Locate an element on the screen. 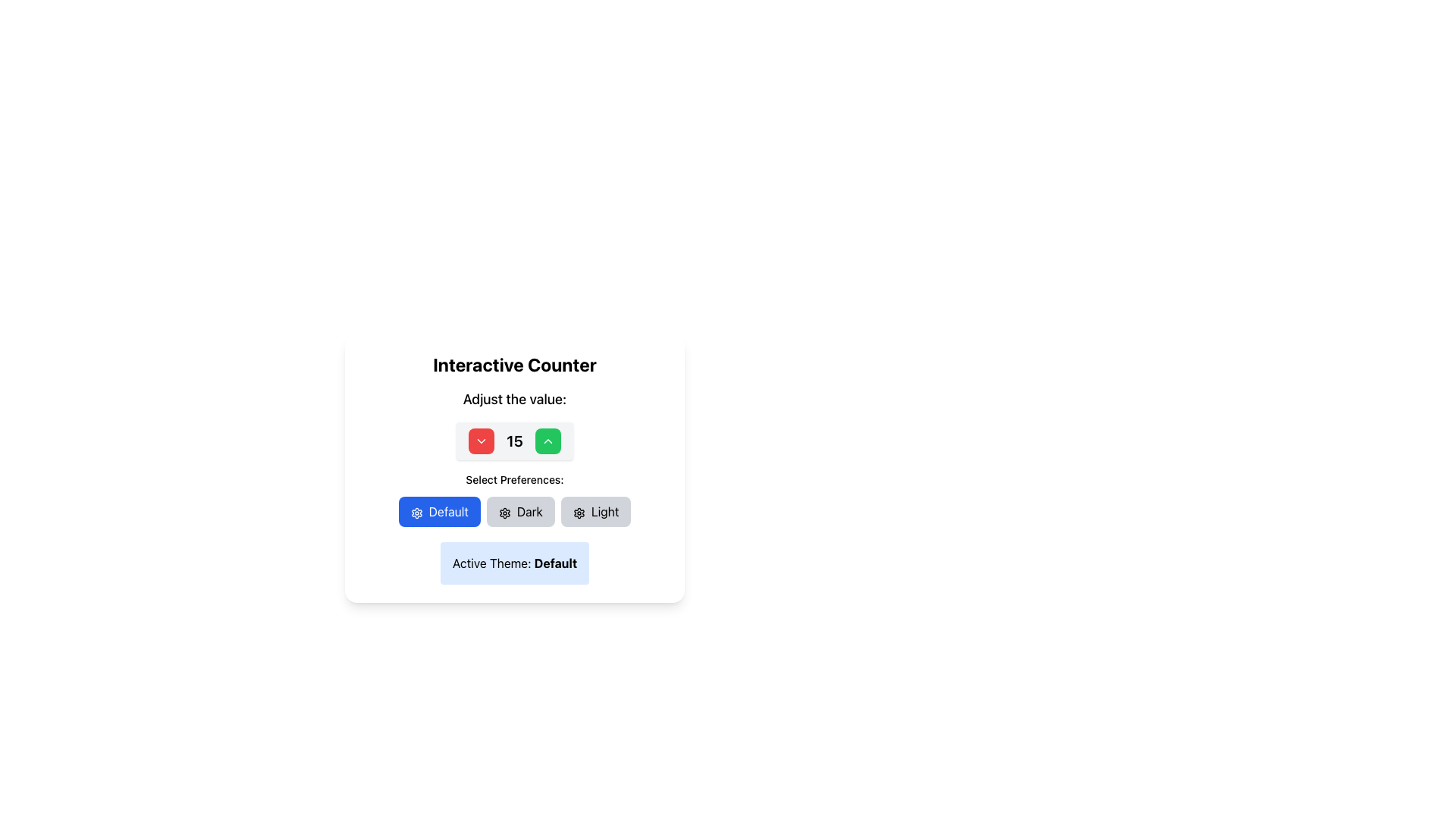  the 'Dark' button, which is the second button in a group of three is located at coordinates (520, 512).